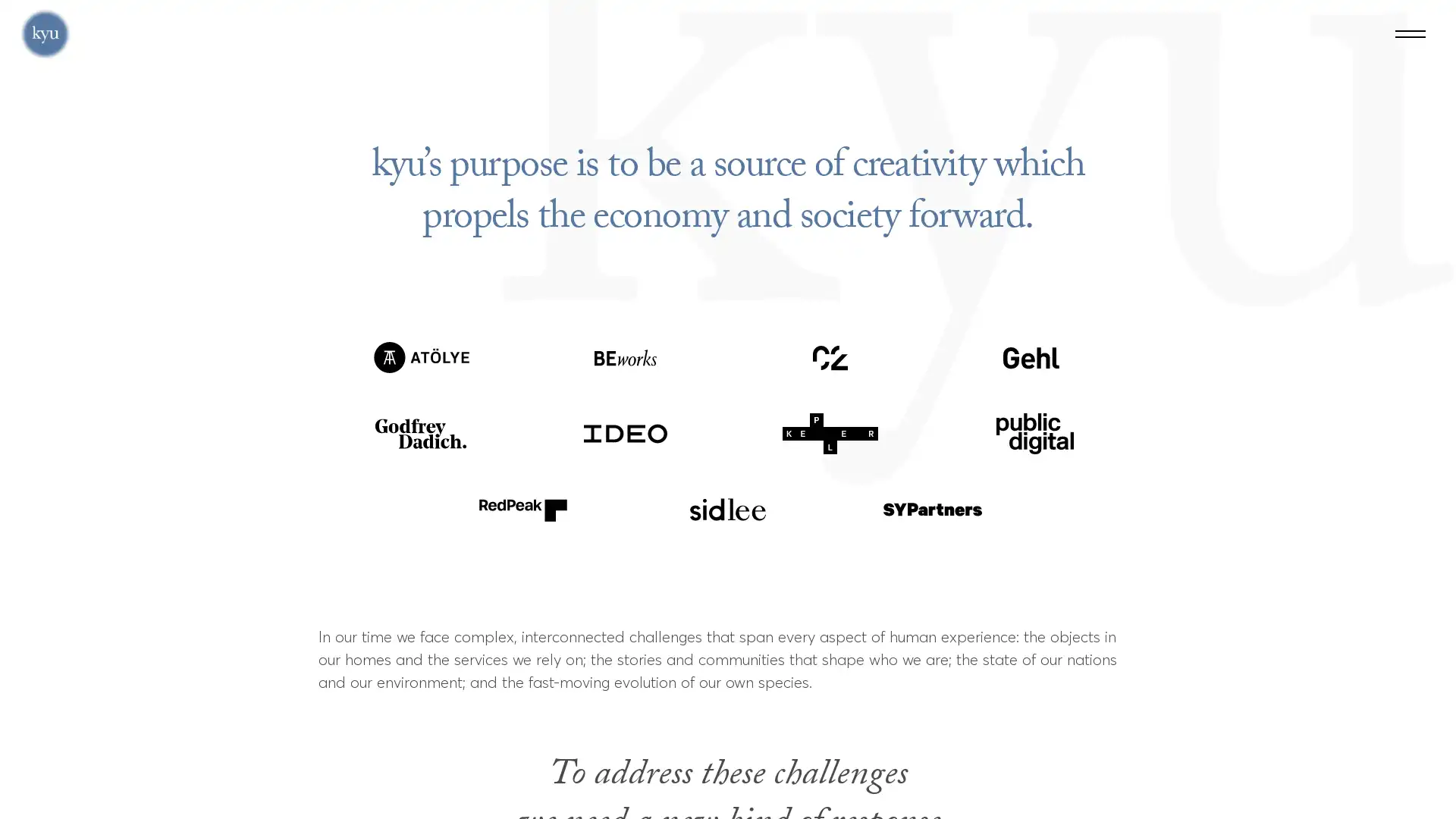 This screenshot has width=1456, height=819. Describe the element at coordinates (1410, 34) in the screenshot. I see `Menu` at that location.